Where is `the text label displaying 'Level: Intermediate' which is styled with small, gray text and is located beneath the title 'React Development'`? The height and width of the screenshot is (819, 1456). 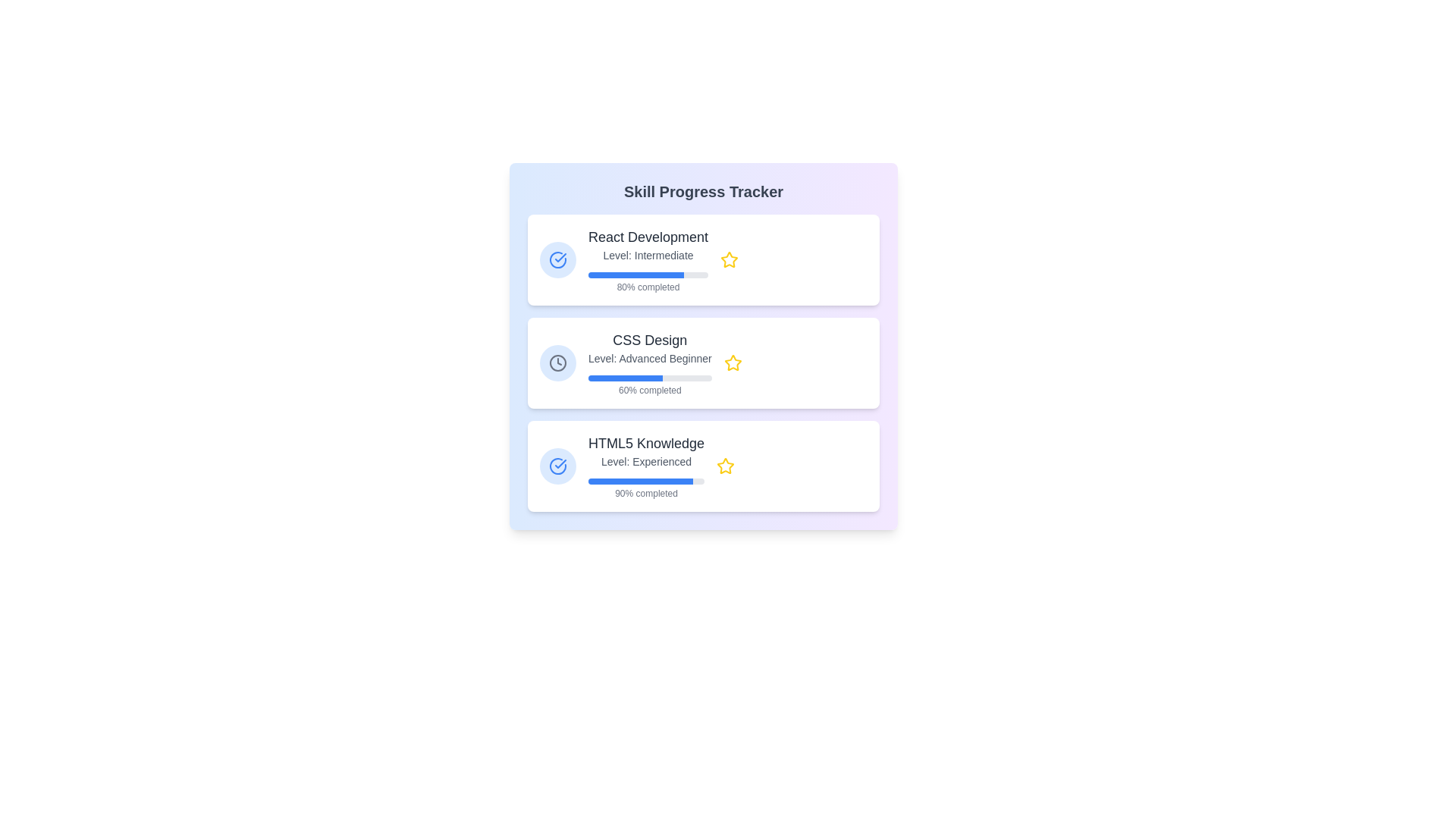
the text label displaying 'Level: Intermediate' which is styled with small, gray text and is located beneath the title 'React Development' is located at coordinates (648, 254).